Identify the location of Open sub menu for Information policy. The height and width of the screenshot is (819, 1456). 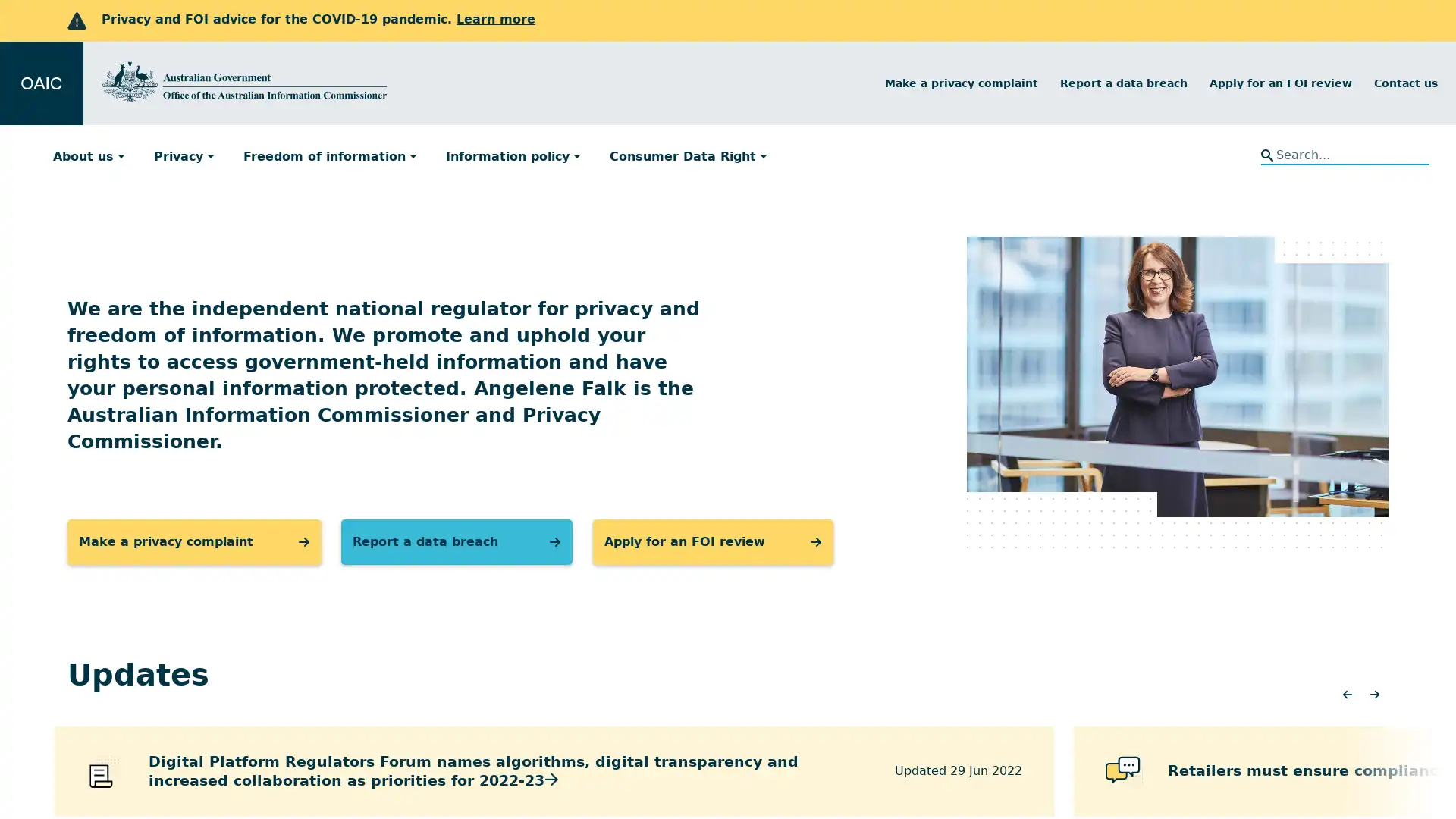
(582, 155).